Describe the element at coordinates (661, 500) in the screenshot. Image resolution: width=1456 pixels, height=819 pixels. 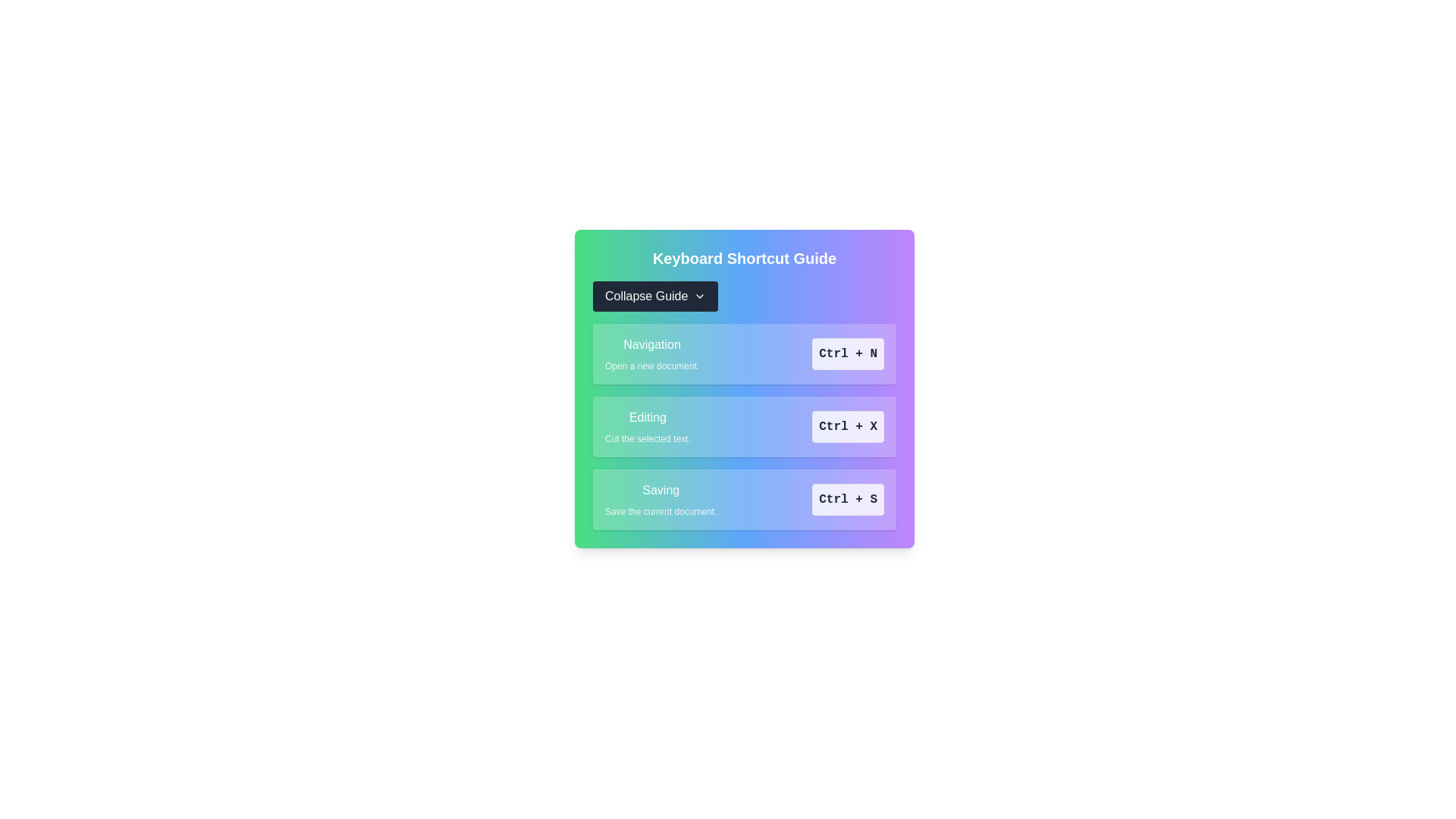
I see `the text block that describes the keyboard shortcut 'Ctrl + S', which is part of a card-like component located at the bottom section of the interface, left of the button labeled 'Ctrl + S'` at that location.